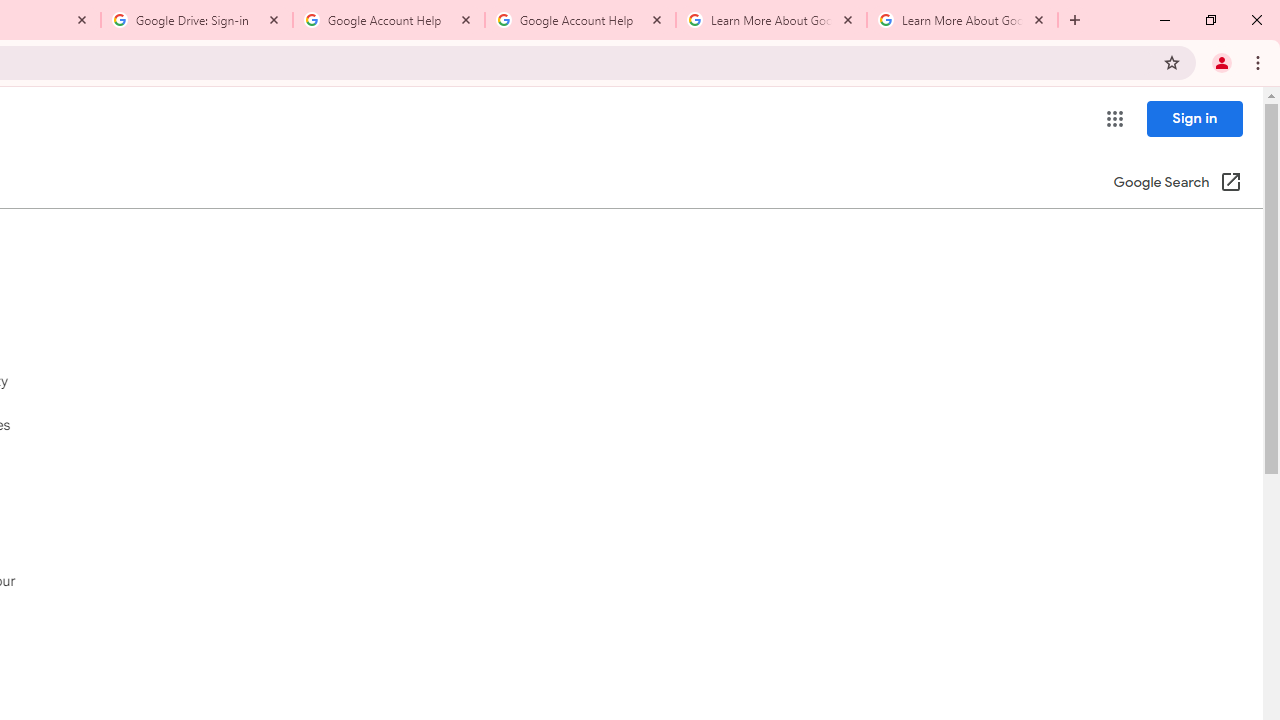 Image resolution: width=1280 pixels, height=720 pixels. What do you see at coordinates (197, 20) in the screenshot?
I see `'Google Drive: Sign-in'` at bounding box center [197, 20].